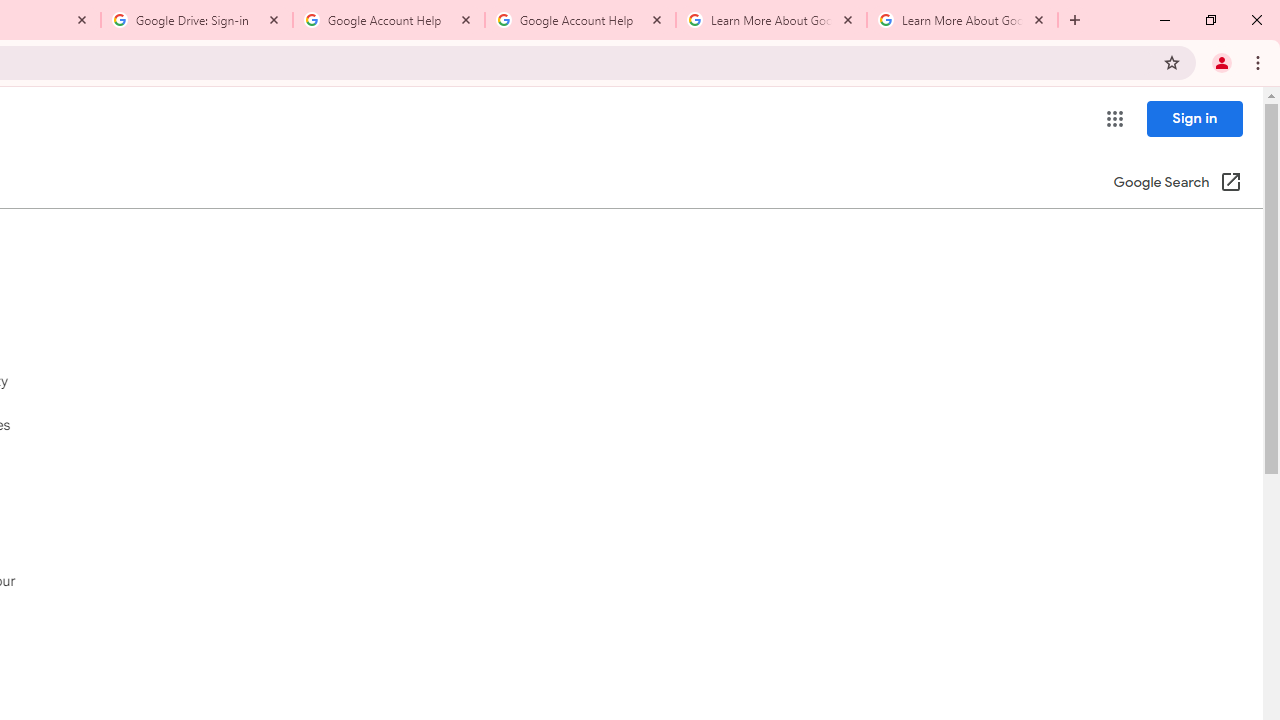 Image resolution: width=1280 pixels, height=720 pixels. What do you see at coordinates (197, 20) in the screenshot?
I see `'Google Drive: Sign-in'` at bounding box center [197, 20].